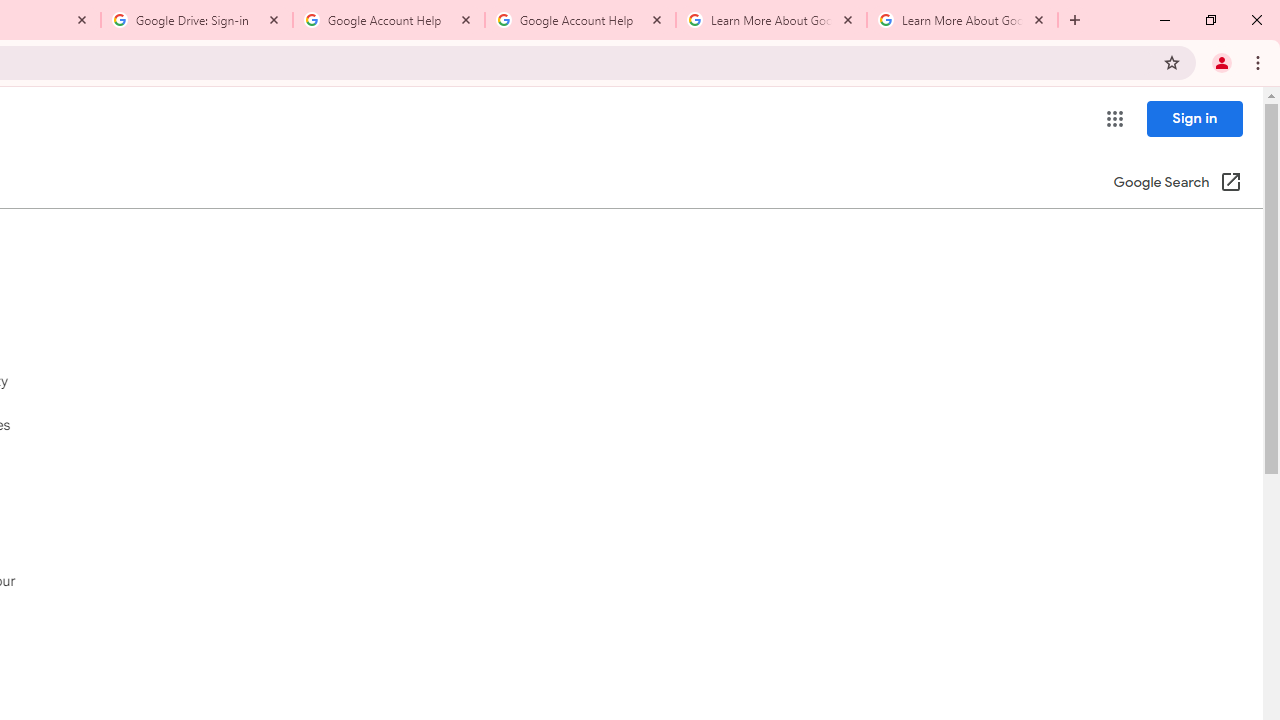 Image resolution: width=1280 pixels, height=720 pixels. What do you see at coordinates (197, 20) in the screenshot?
I see `'Google Drive: Sign-in'` at bounding box center [197, 20].